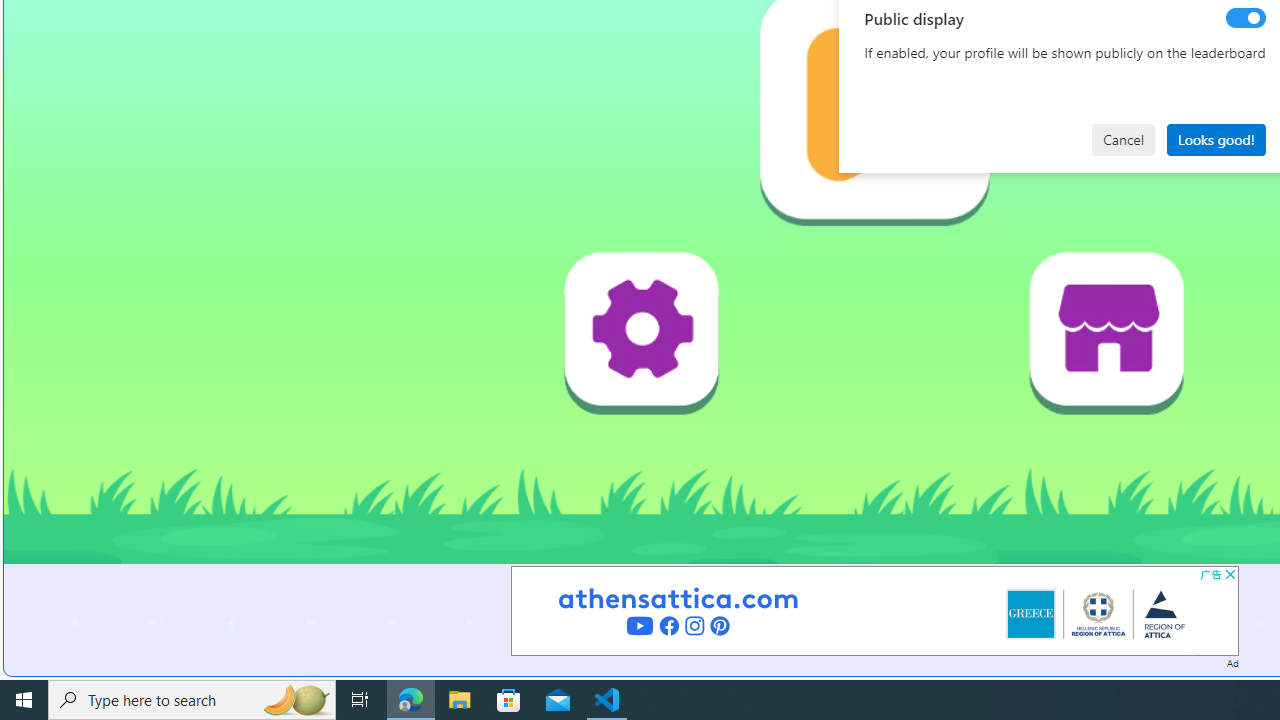 The width and height of the screenshot is (1280, 720). What do you see at coordinates (874, 609) in the screenshot?
I see `'Advertisement'` at bounding box center [874, 609].